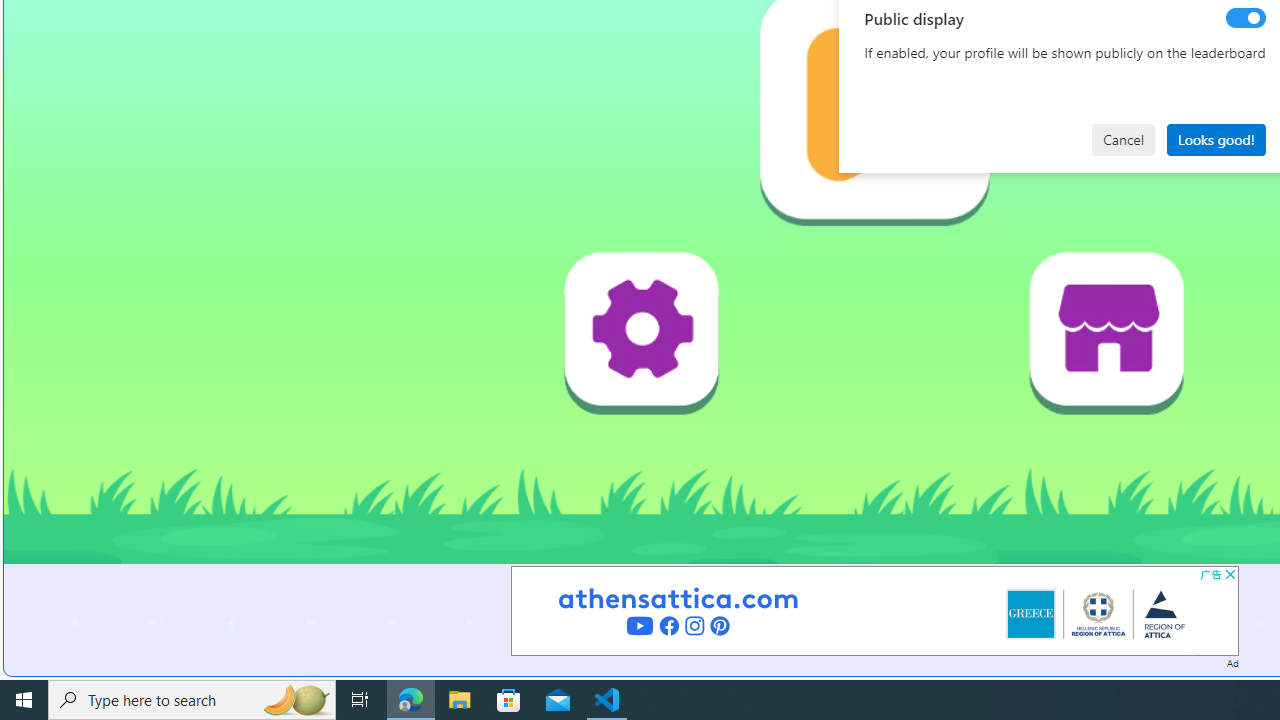 The width and height of the screenshot is (1280, 720). What do you see at coordinates (874, 609) in the screenshot?
I see `'Advertisement'` at bounding box center [874, 609].